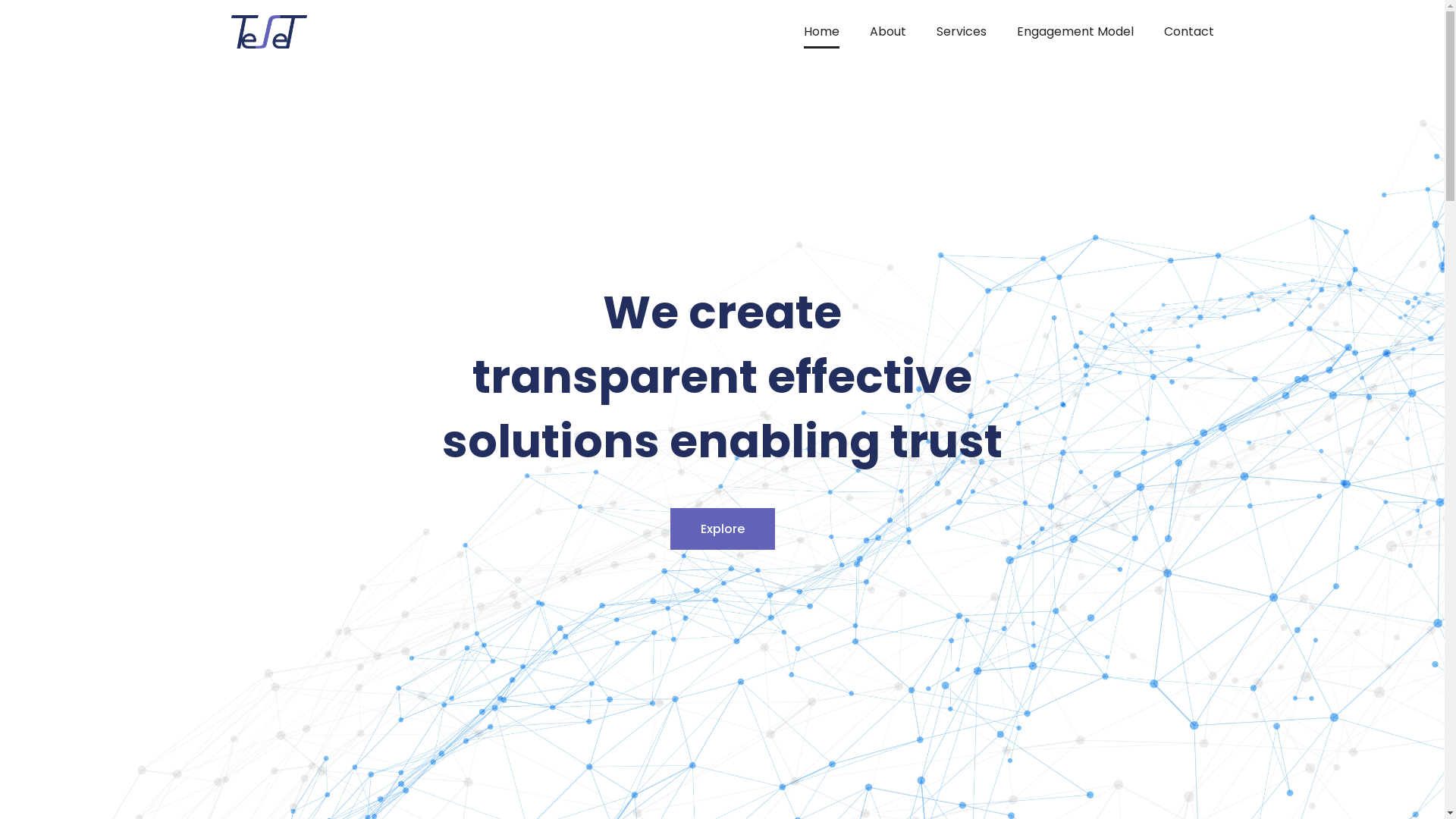 The height and width of the screenshot is (819, 1456). What do you see at coordinates (960, 32) in the screenshot?
I see `'Services'` at bounding box center [960, 32].